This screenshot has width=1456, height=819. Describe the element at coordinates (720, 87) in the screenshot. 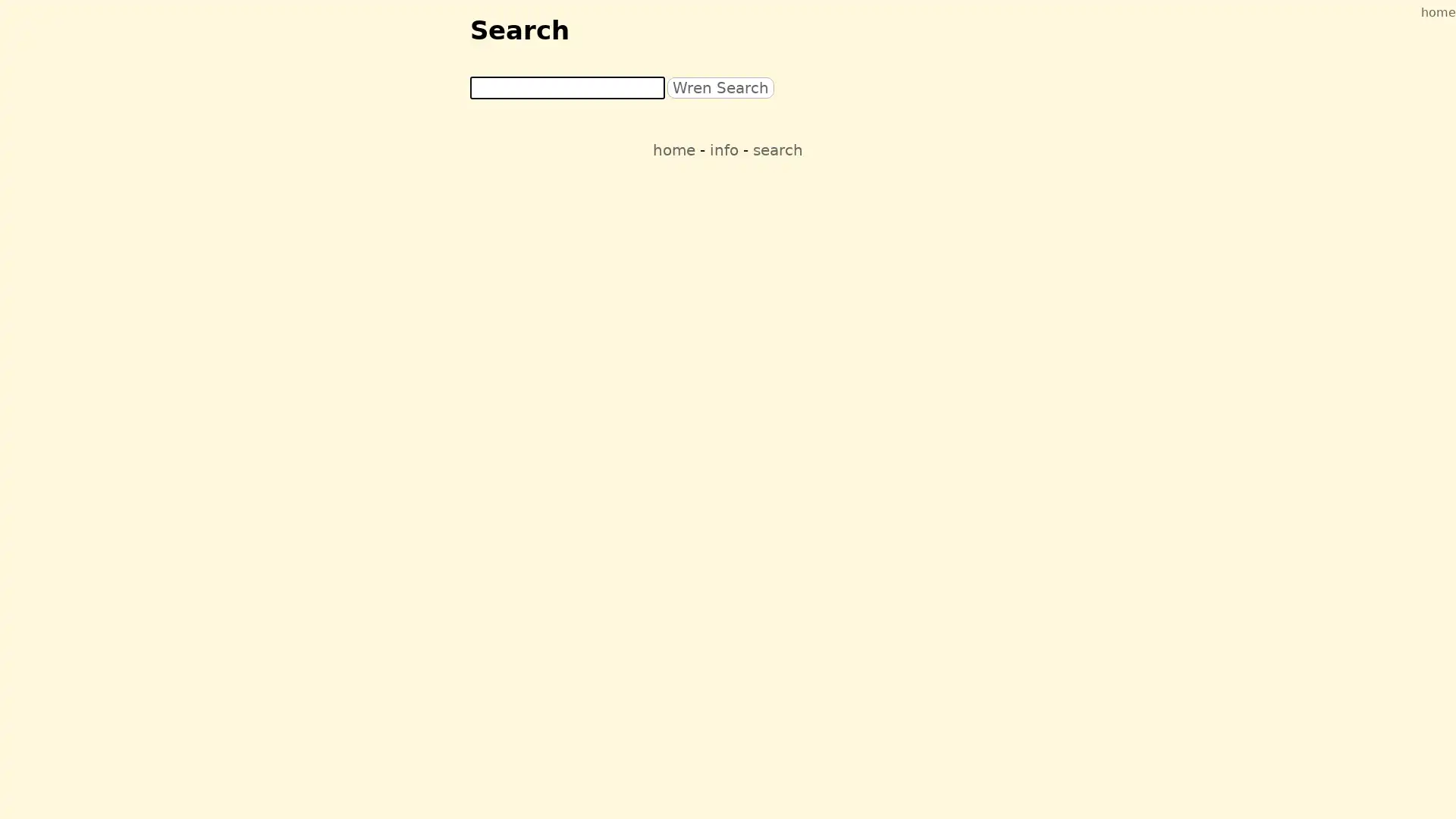

I see `Wren Search` at that location.